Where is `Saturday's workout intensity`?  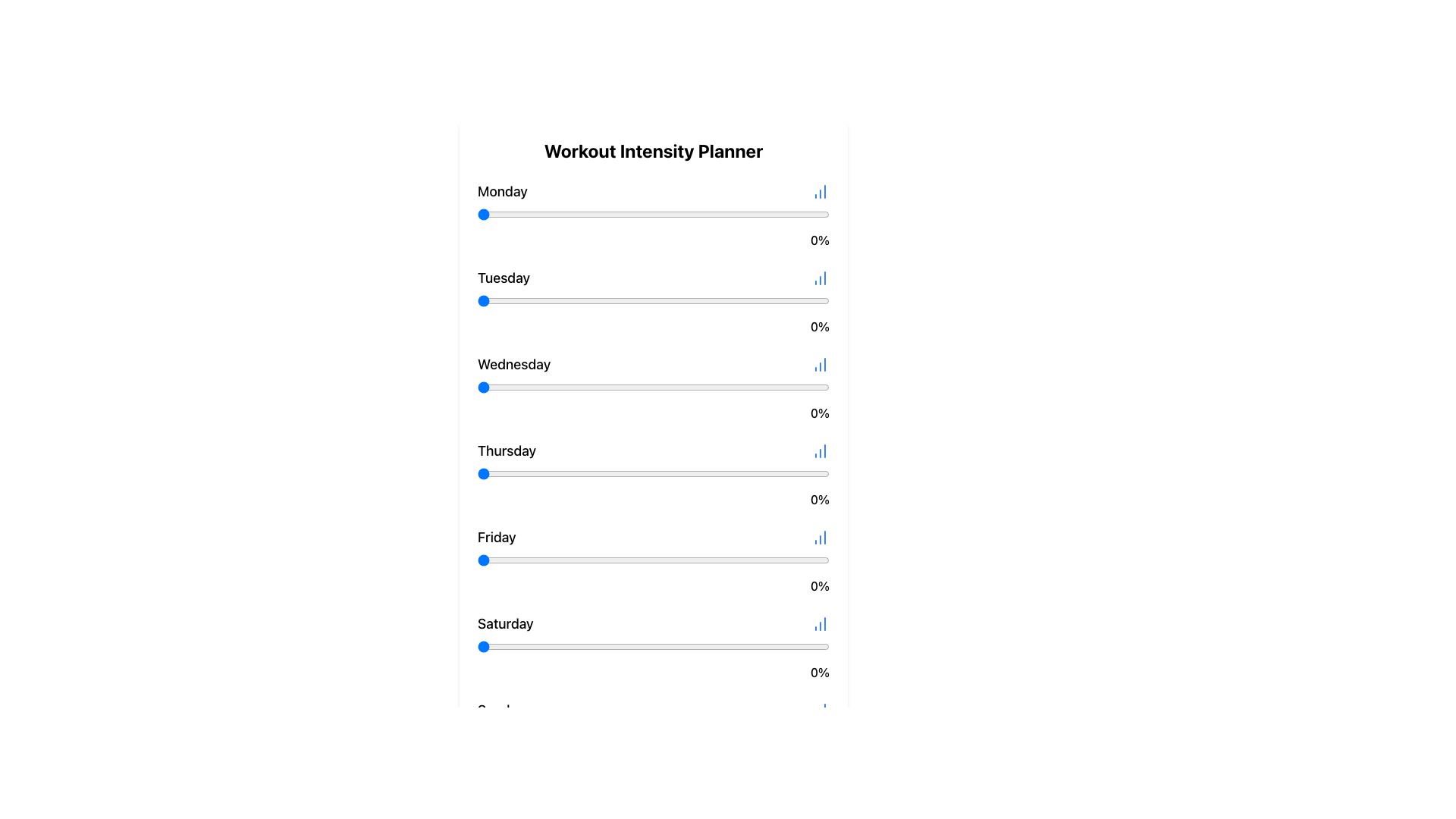 Saturday's workout intensity is located at coordinates (635, 646).